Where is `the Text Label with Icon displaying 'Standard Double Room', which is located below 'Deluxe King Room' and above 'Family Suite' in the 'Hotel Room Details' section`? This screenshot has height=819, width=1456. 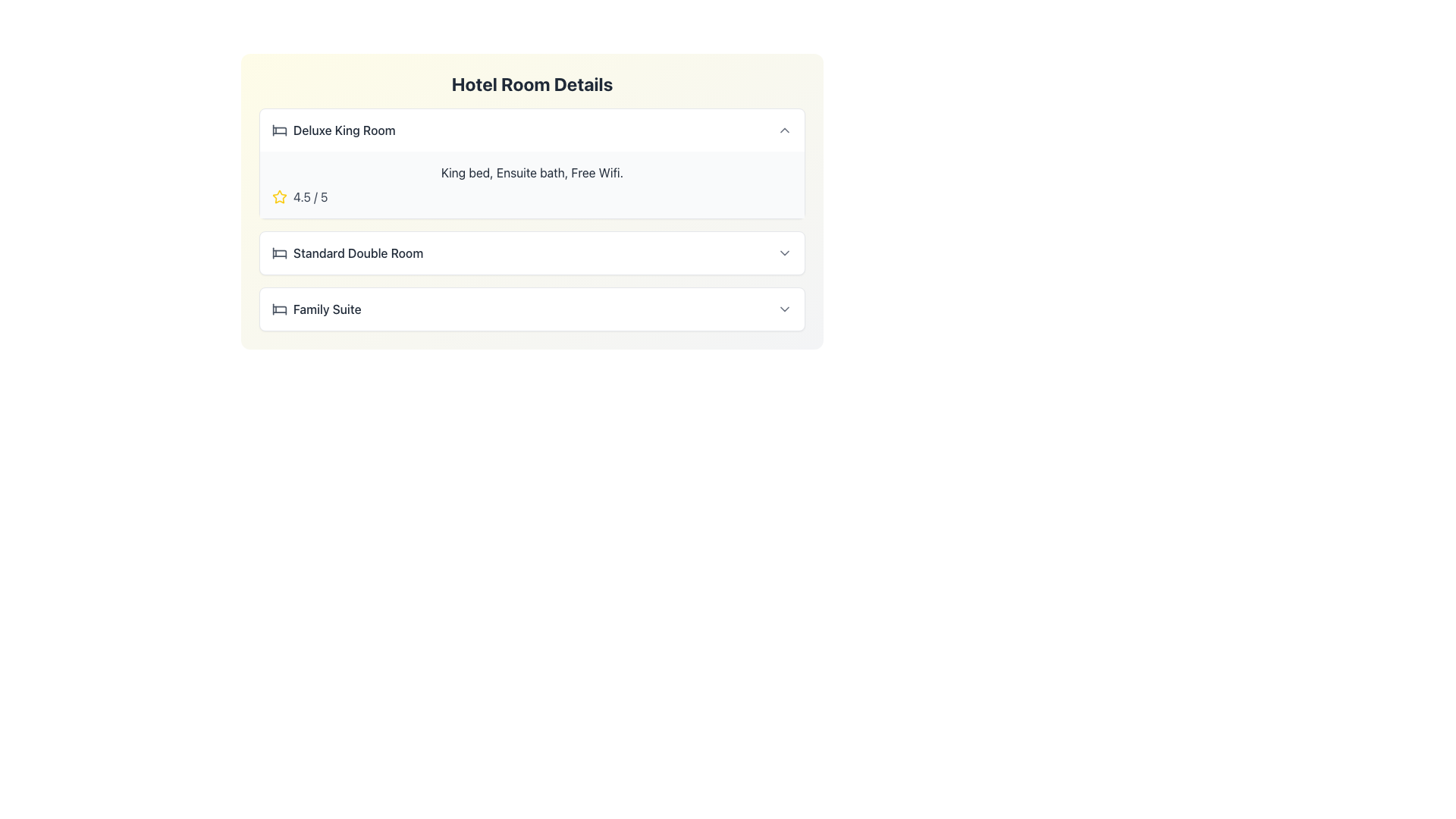
the Text Label with Icon displaying 'Standard Double Room', which is located below 'Deluxe King Room' and above 'Family Suite' in the 'Hotel Room Details' section is located at coordinates (347, 253).